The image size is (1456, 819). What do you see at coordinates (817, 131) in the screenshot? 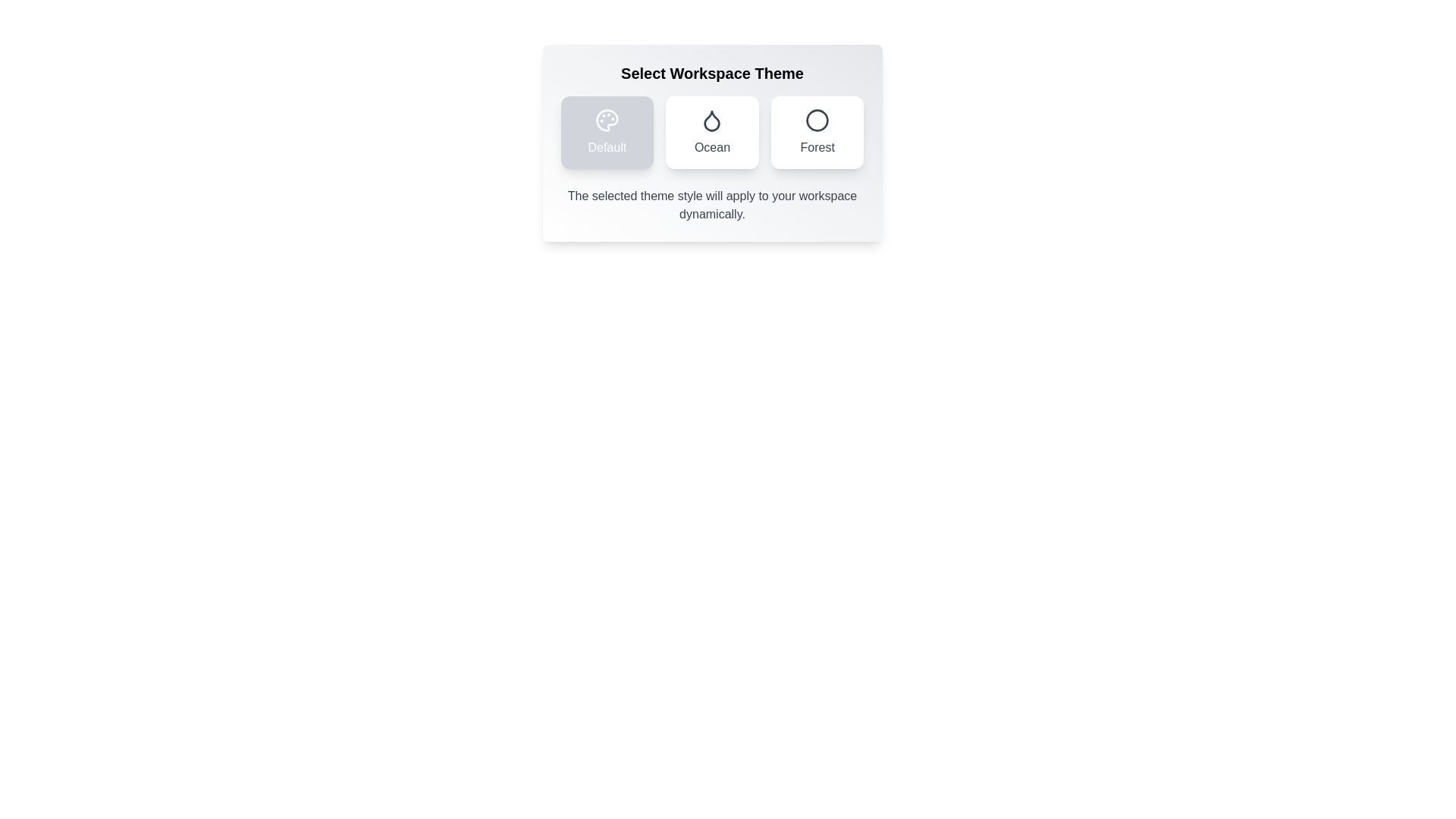
I see `the button corresponding to the Forest theme` at bounding box center [817, 131].